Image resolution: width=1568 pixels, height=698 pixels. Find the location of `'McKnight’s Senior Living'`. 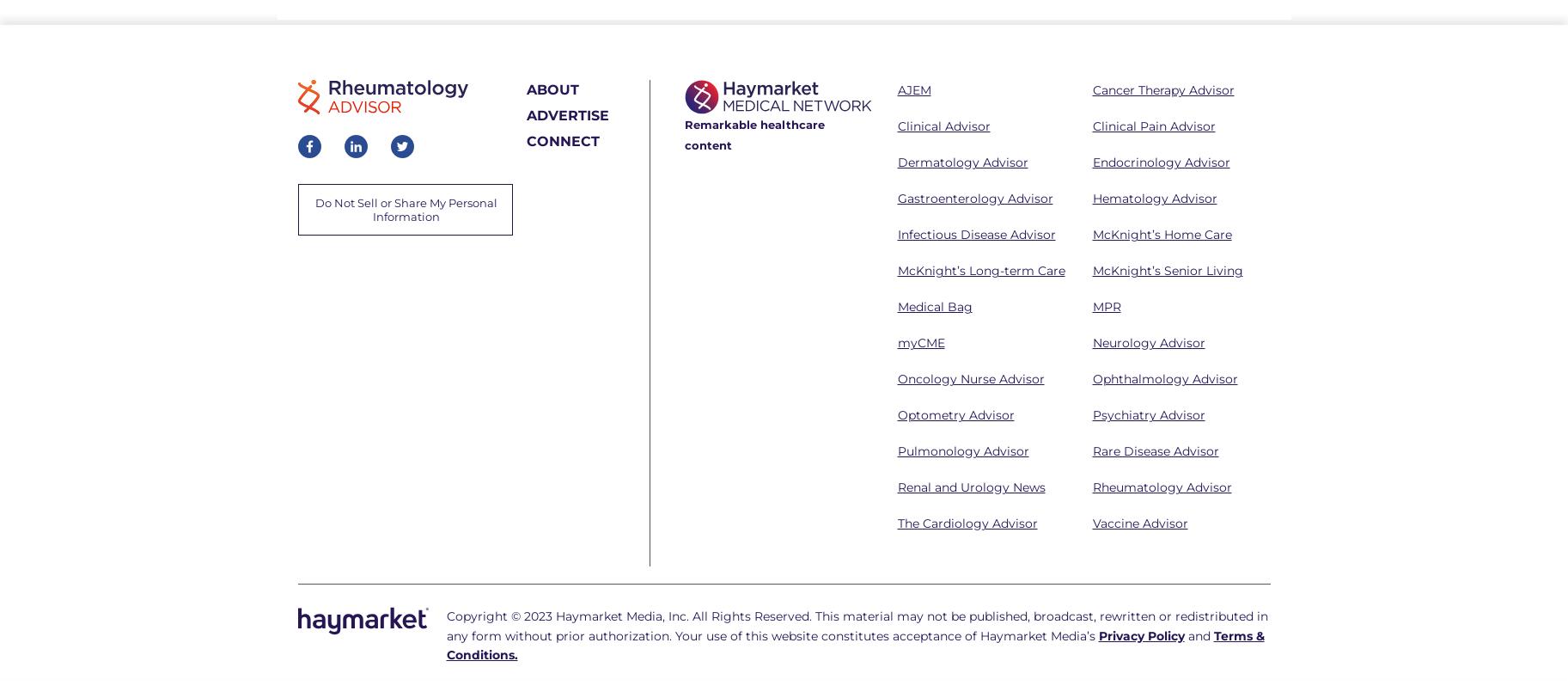

'McKnight’s Senior Living' is located at coordinates (1167, 270).